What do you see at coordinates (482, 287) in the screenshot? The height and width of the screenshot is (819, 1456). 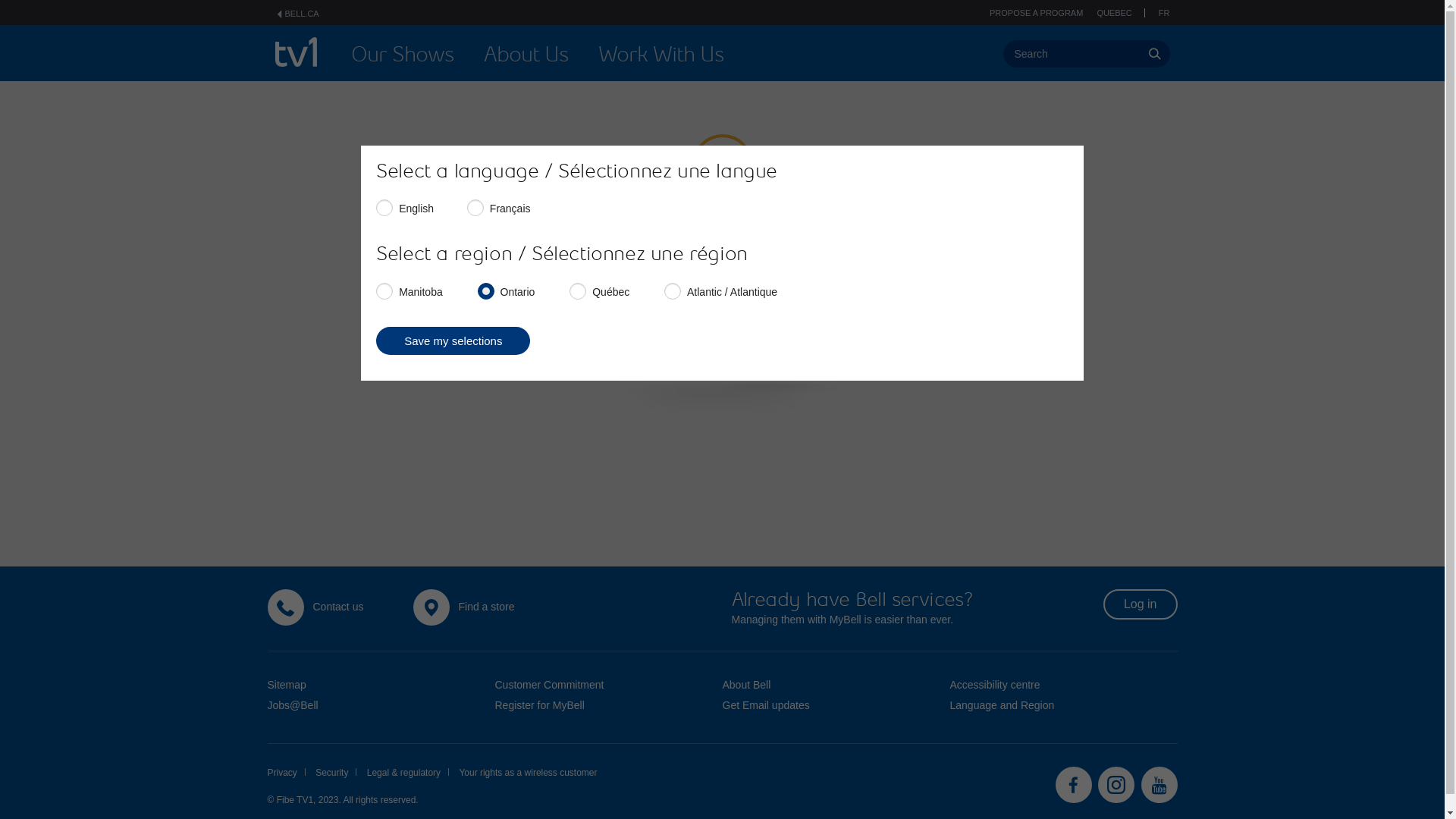 I see `'Ontario'` at bounding box center [482, 287].